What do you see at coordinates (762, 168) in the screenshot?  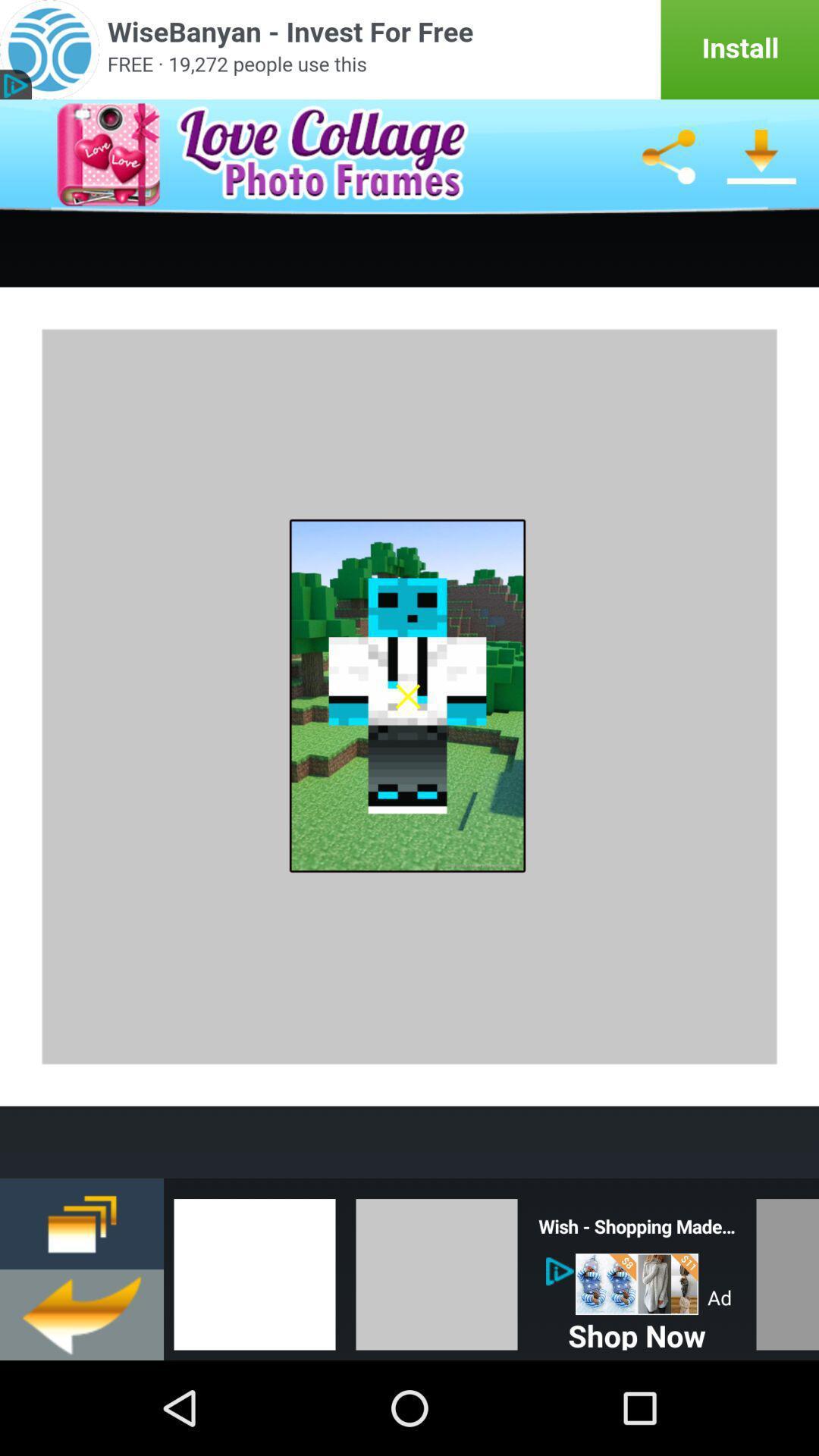 I see `the file_download icon` at bounding box center [762, 168].